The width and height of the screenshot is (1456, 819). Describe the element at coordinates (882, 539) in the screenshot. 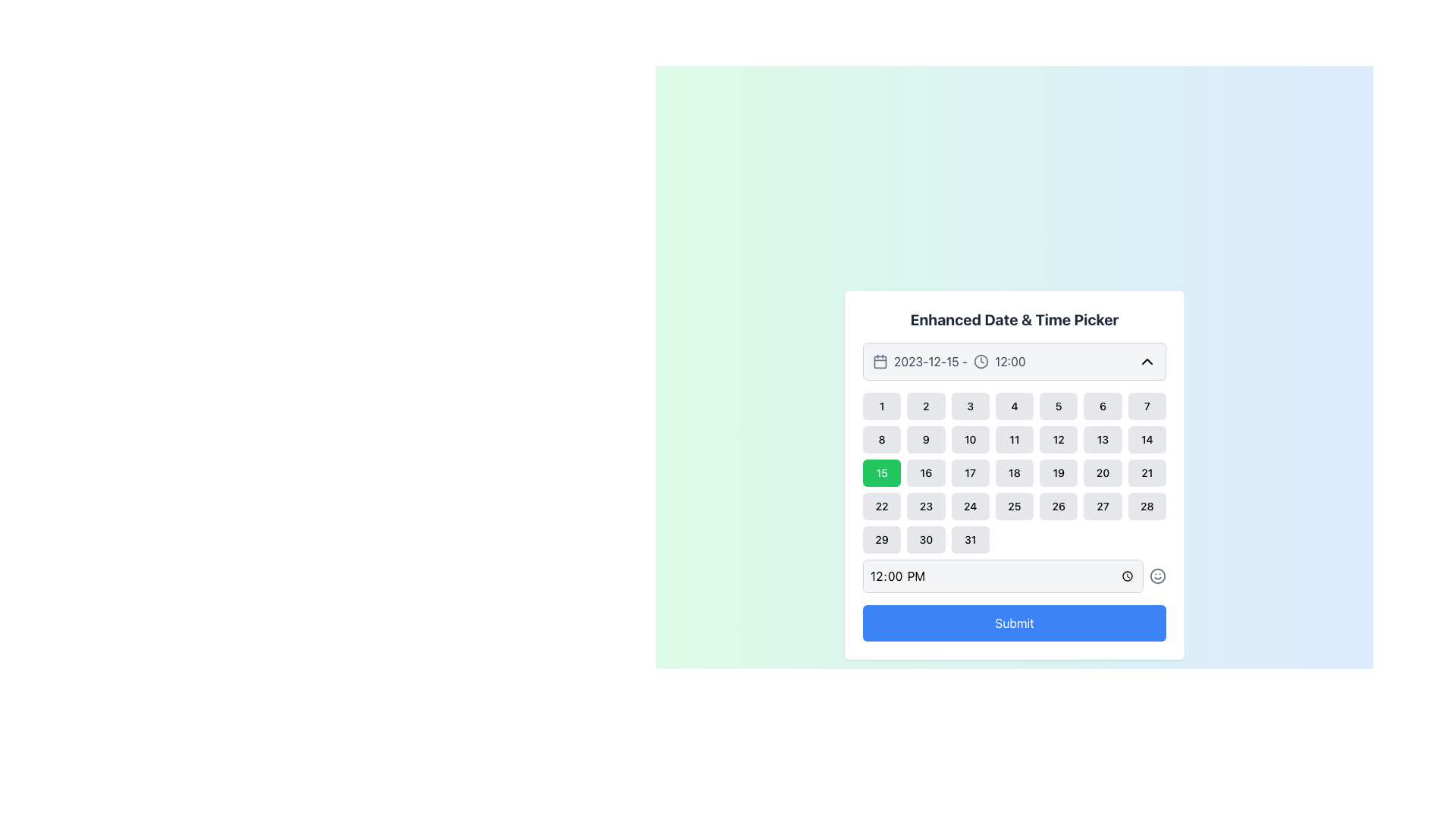

I see `the rectangular button displaying the number 29, located in the last row, first column of the calendar grid` at that location.